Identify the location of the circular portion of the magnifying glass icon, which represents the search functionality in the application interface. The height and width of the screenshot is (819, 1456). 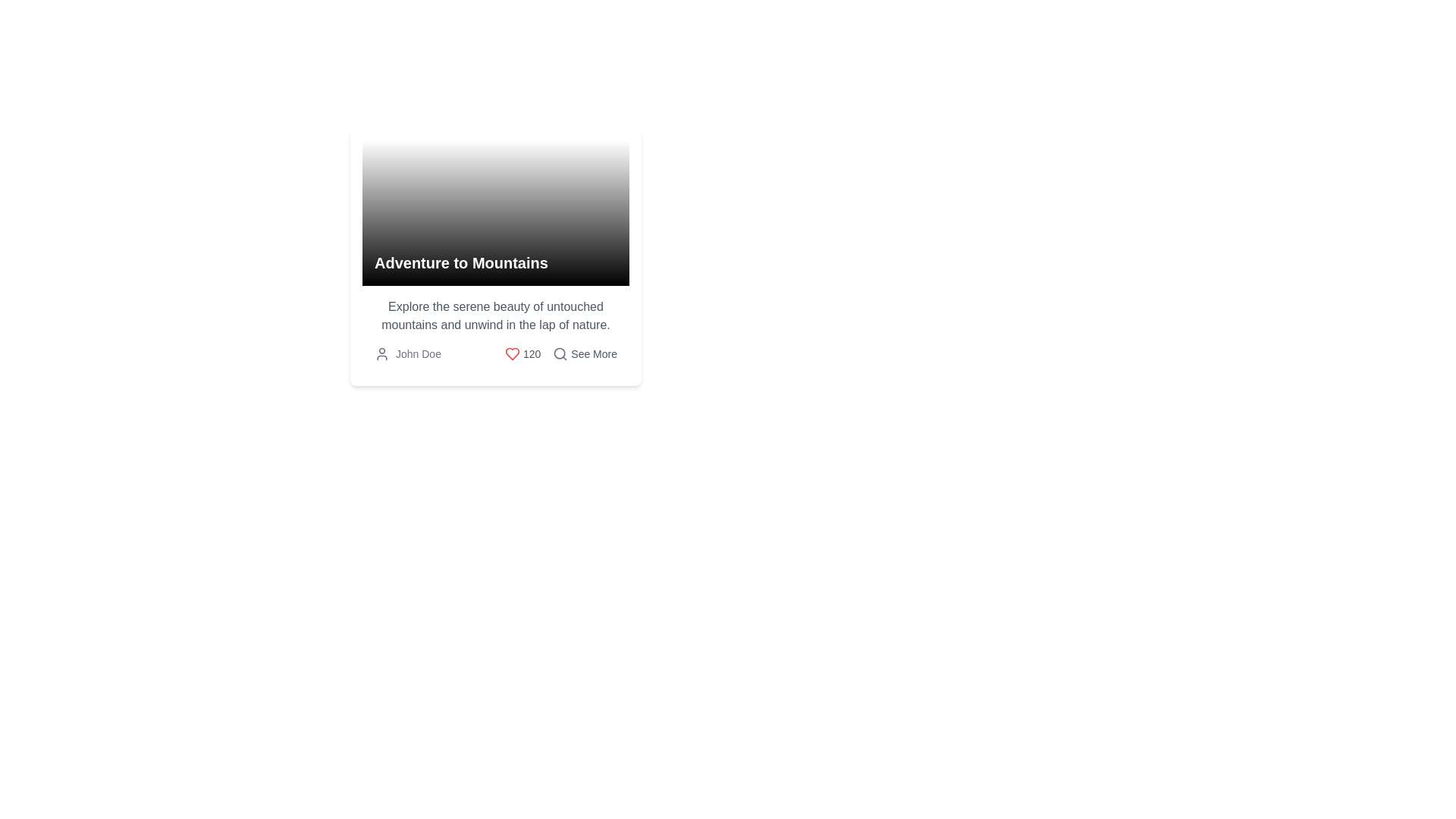
(559, 353).